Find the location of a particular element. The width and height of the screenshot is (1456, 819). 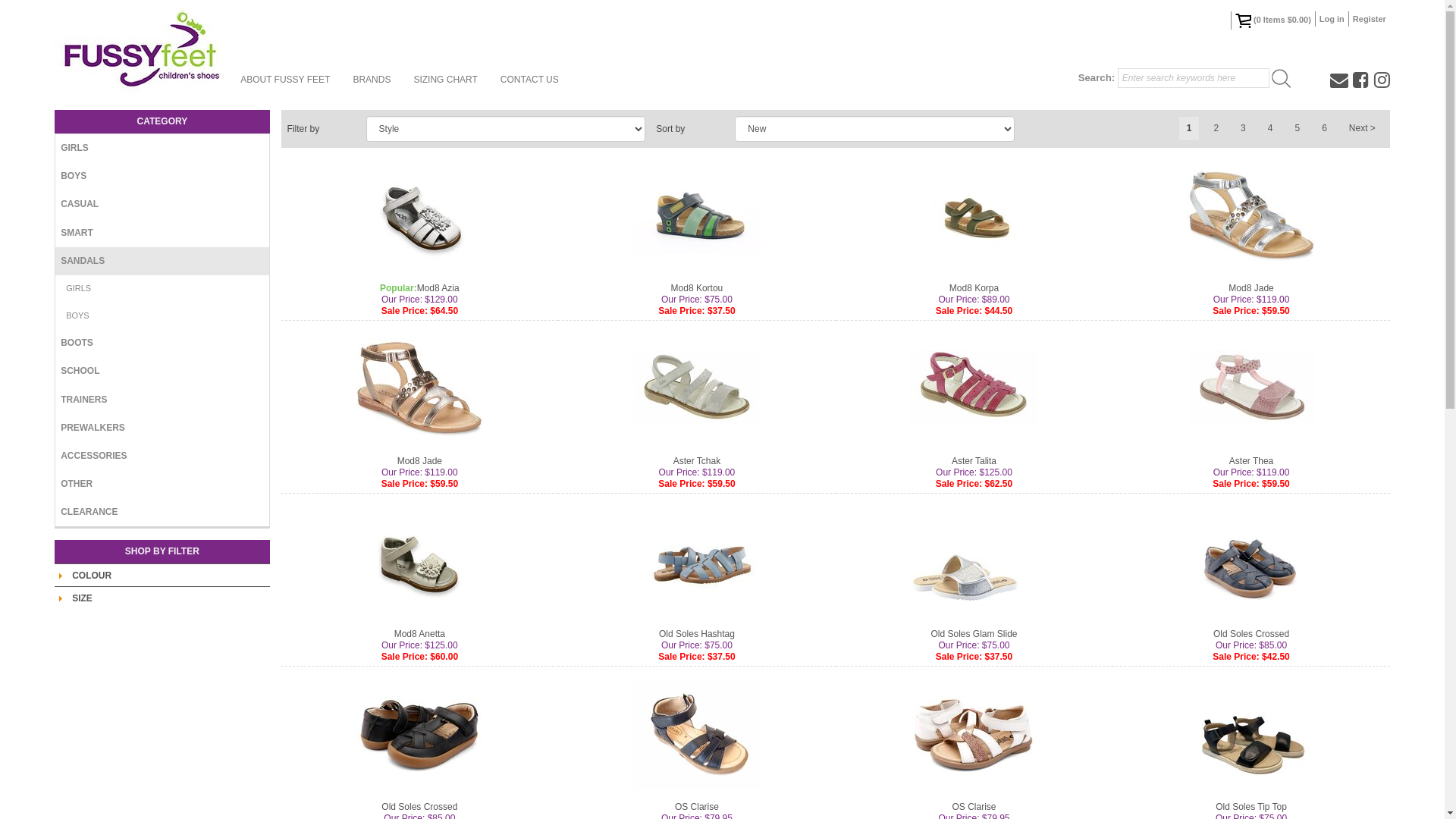

'CASUAL' is located at coordinates (162, 203).